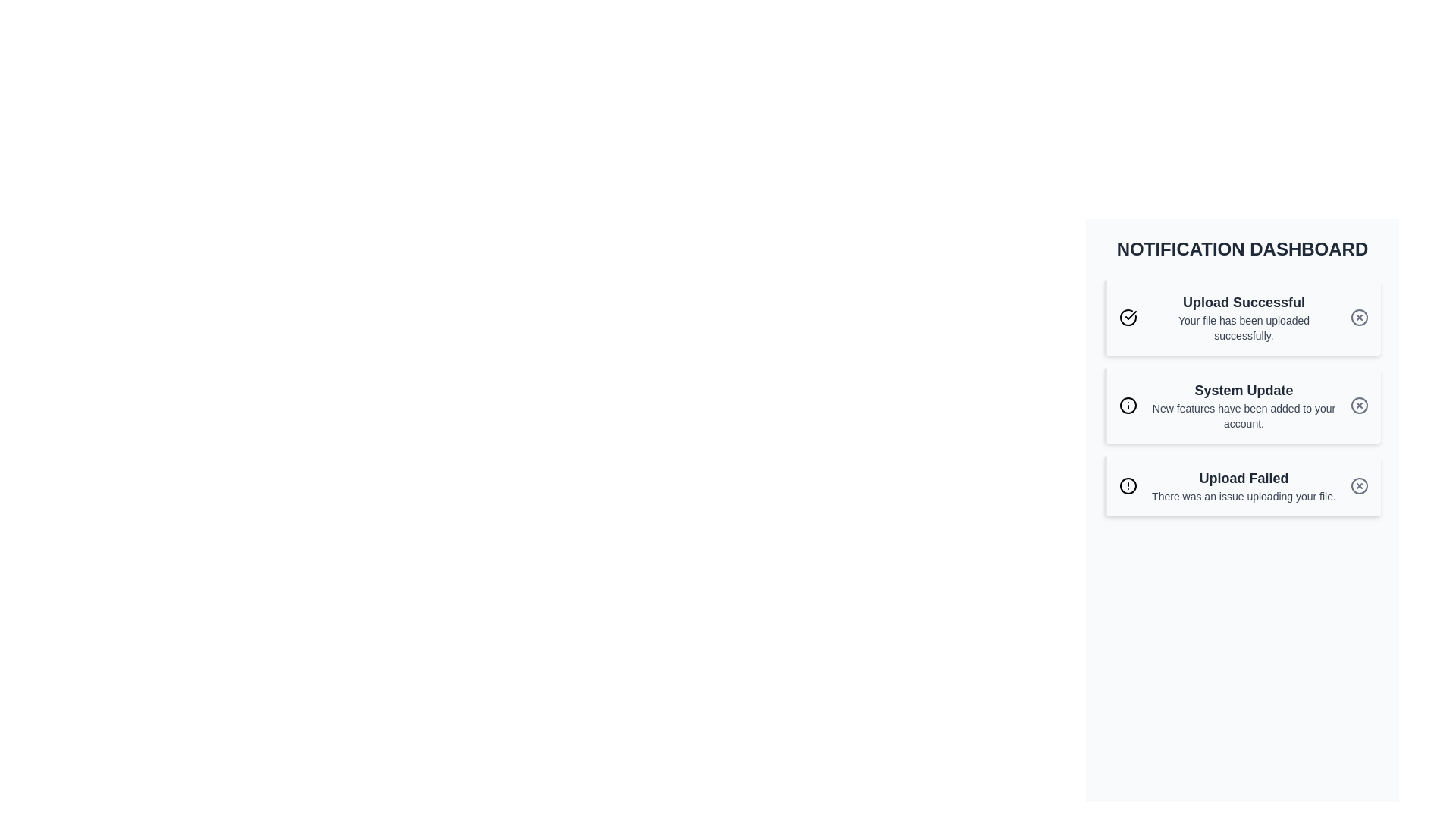 The image size is (1456, 819). What do you see at coordinates (1244, 302) in the screenshot?
I see `bold title text 'Upload Successful' displayed in the notification card at the top of the Notification Dashboard` at bounding box center [1244, 302].